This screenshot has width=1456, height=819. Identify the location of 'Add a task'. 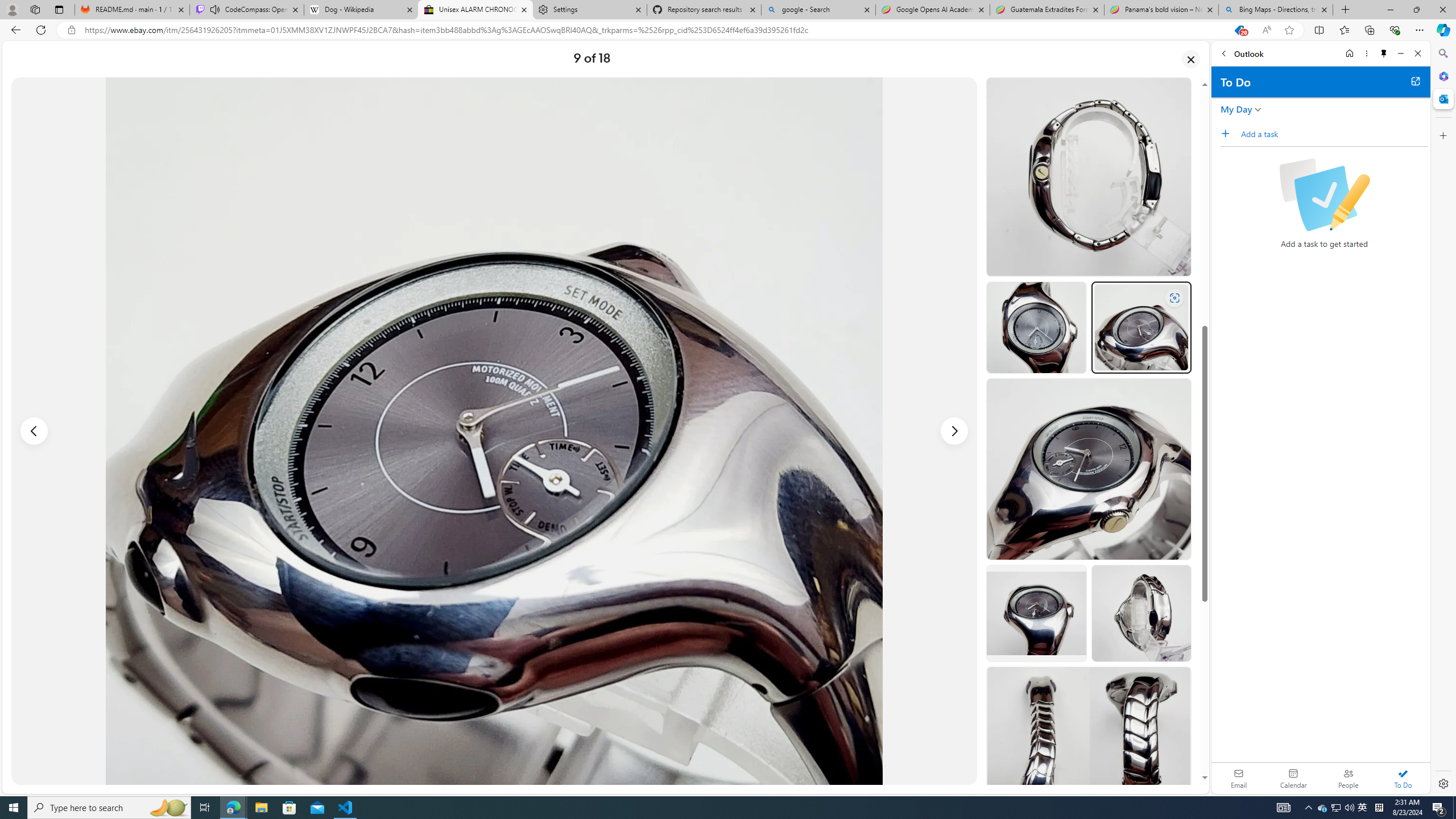
(1334, 133).